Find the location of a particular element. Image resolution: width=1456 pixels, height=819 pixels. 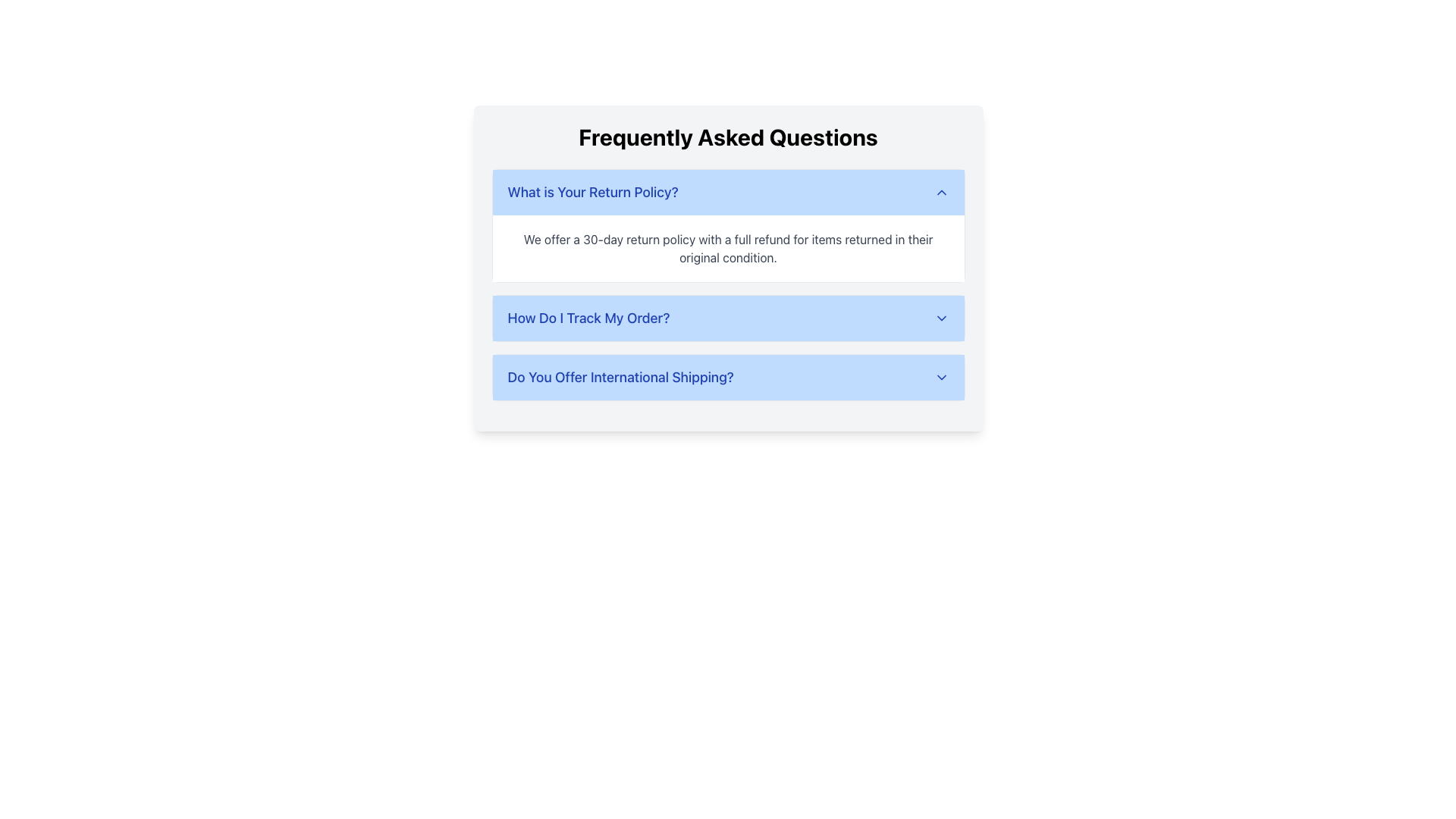

the Text Label for the FAQ item related to order tracking is located at coordinates (588, 318).